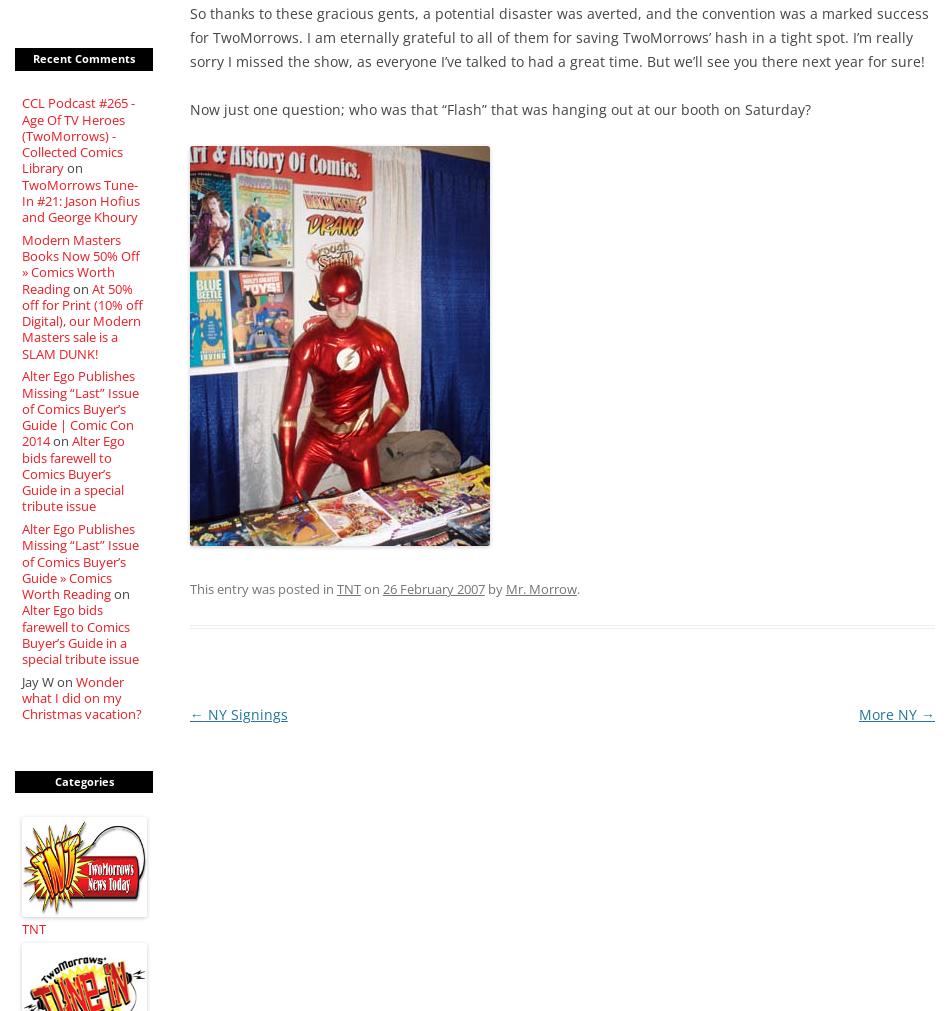  I want to click on 'Categories', so click(83, 779).